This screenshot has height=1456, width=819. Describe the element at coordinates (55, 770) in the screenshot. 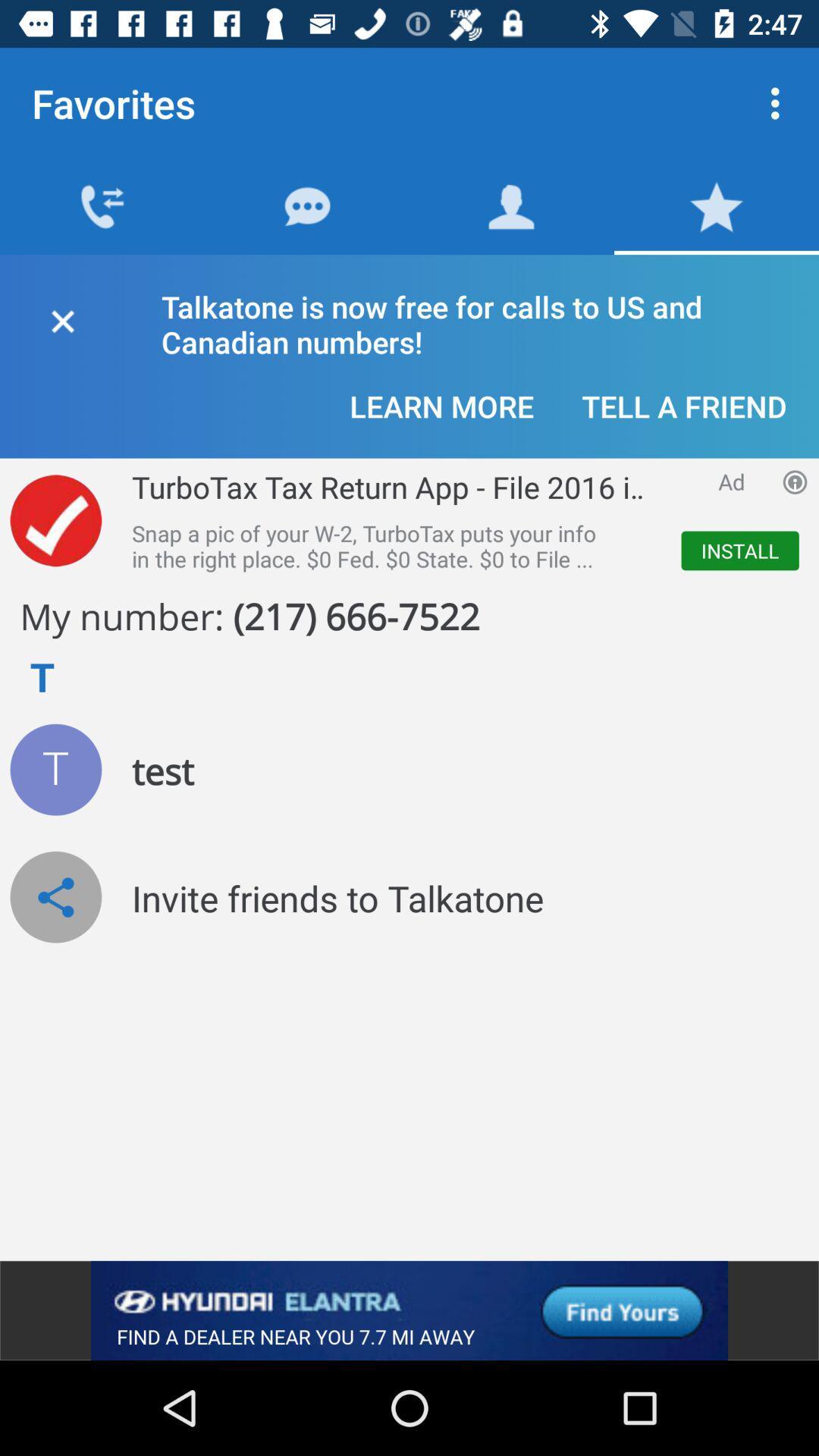

I see `contact icon` at that location.